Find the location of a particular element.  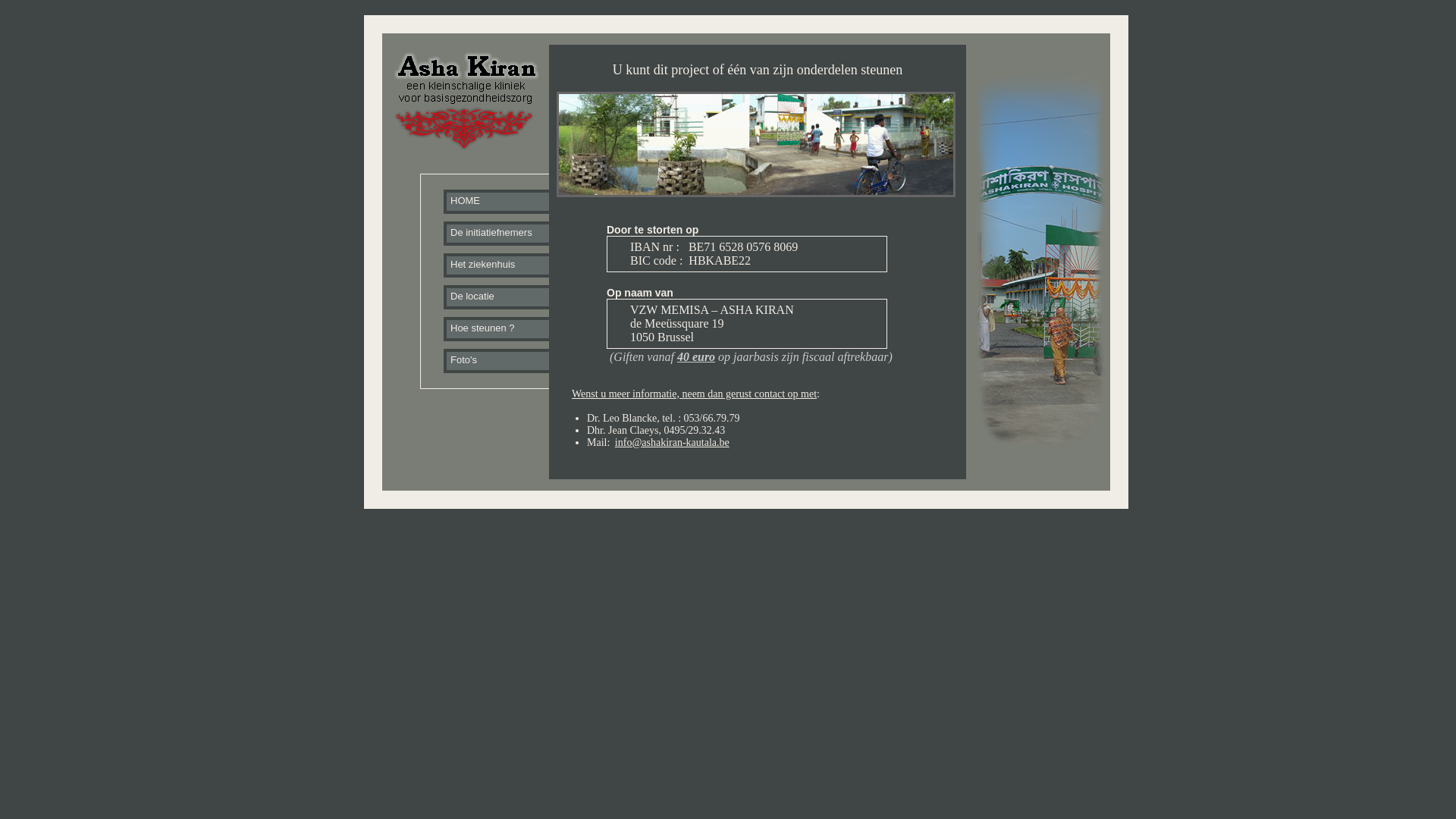

'Het ziekenhuis' is located at coordinates (446, 265).